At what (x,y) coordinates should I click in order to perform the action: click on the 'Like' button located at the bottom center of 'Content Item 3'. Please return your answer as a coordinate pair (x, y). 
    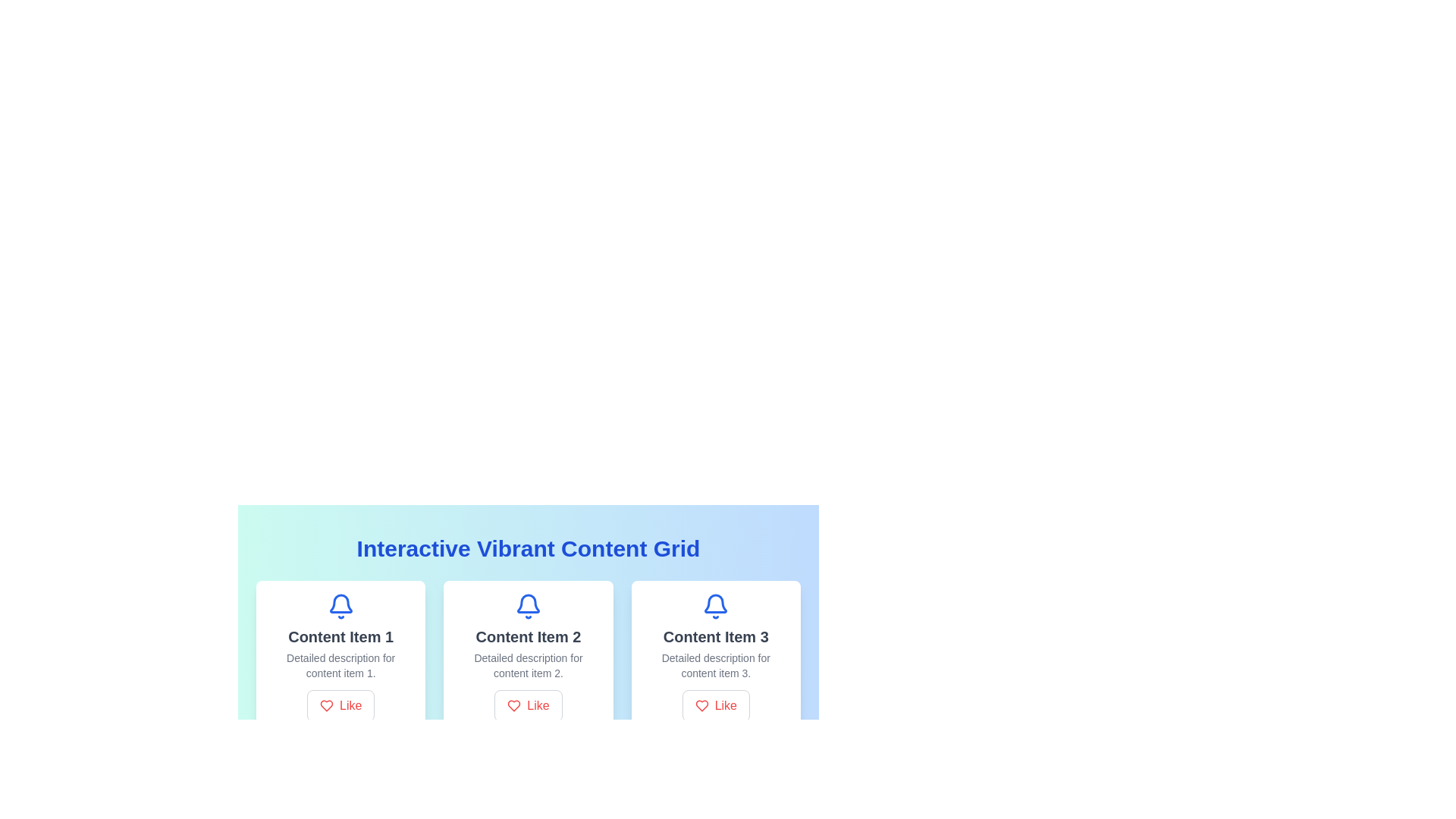
    Looking at the image, I should click on (715, 705).